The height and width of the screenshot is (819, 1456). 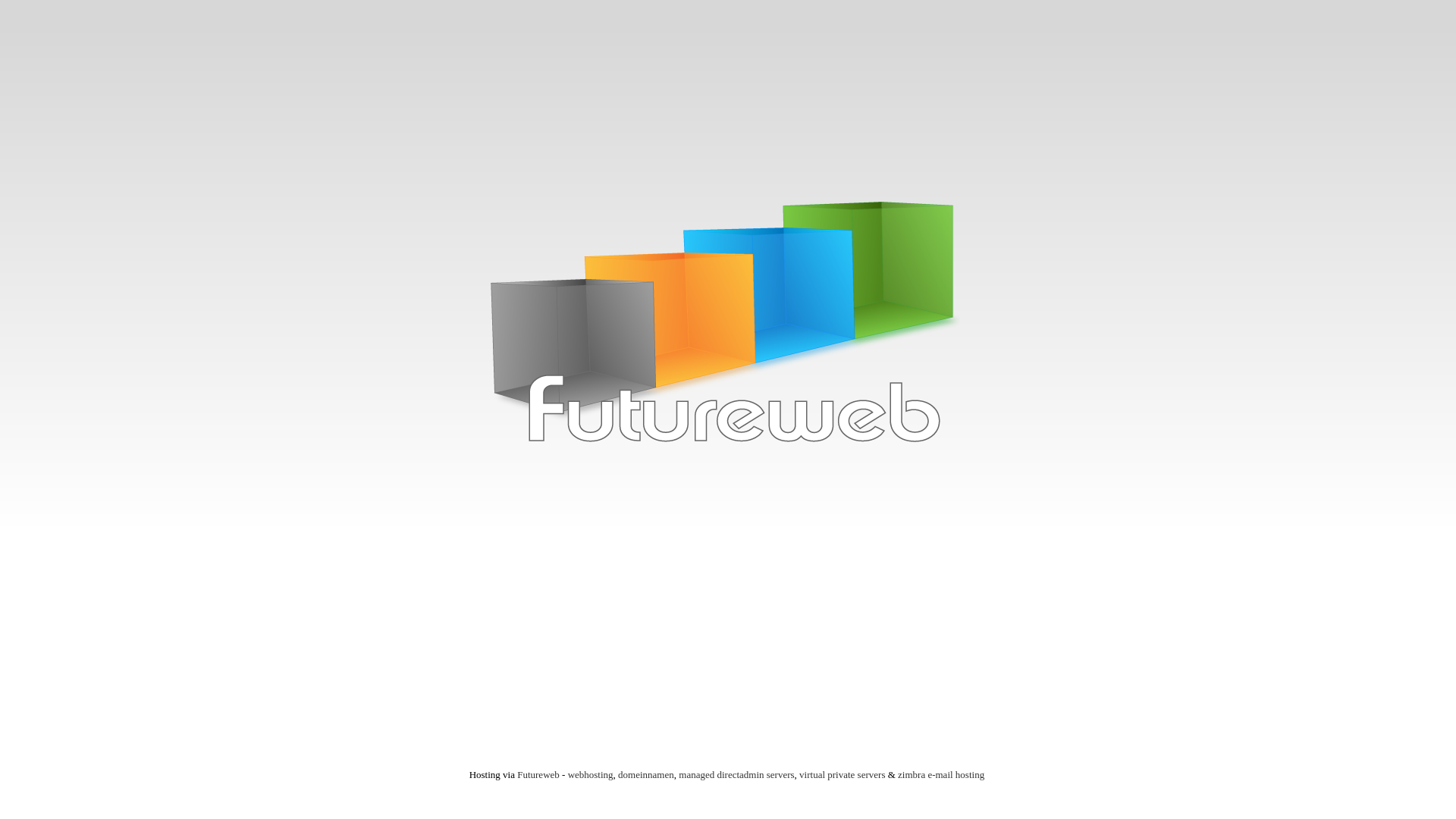 What do you see at coordinates (728, 327) in the screenshot?
I see `'Futureweb'` at bounding box center [728, 327].